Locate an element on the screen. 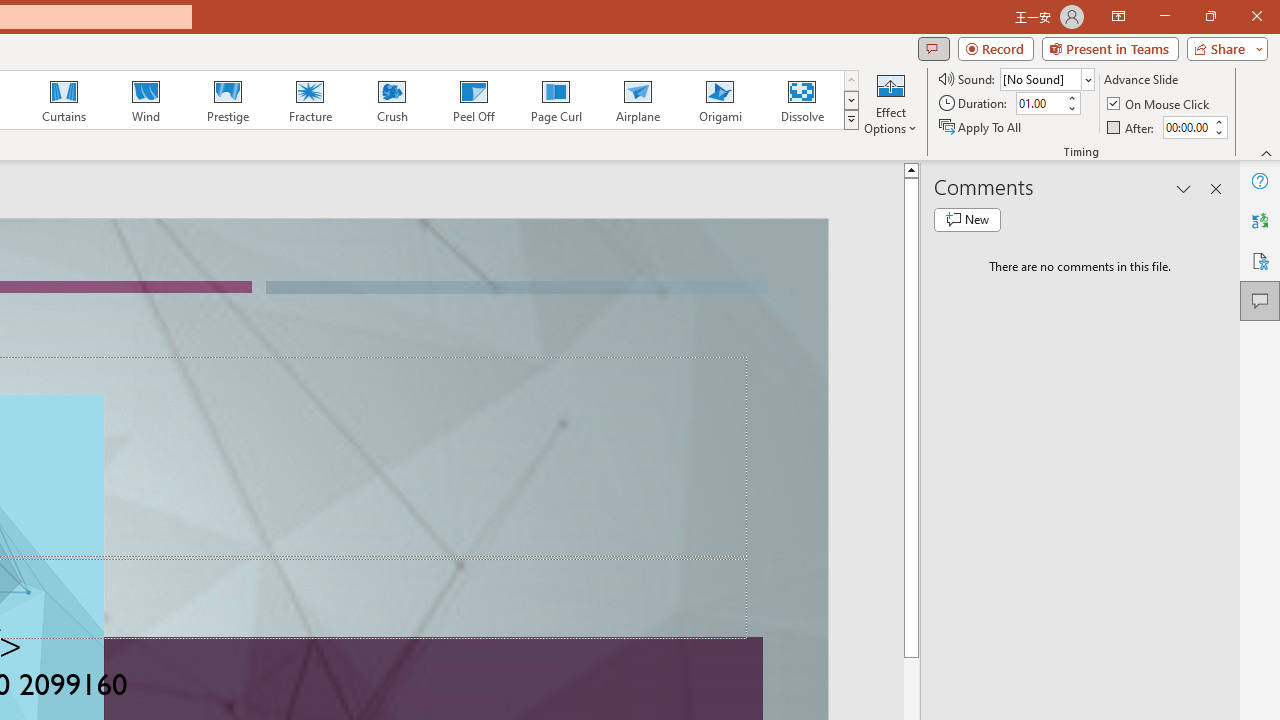 This screenshot has width=1280, height=720. 'Class: NetUIImage' is located at coordinates (851, 119).